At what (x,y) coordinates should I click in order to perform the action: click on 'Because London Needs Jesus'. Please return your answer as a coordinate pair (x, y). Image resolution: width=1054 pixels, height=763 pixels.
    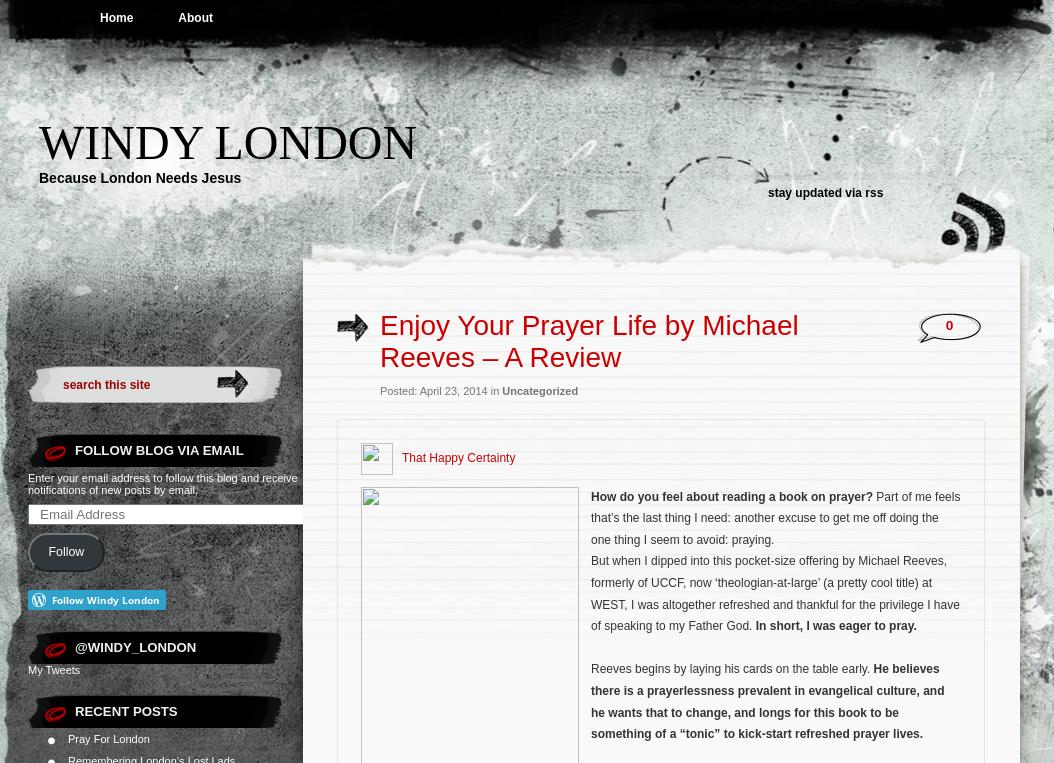
    Looking at the image, I should click on (139, 178).